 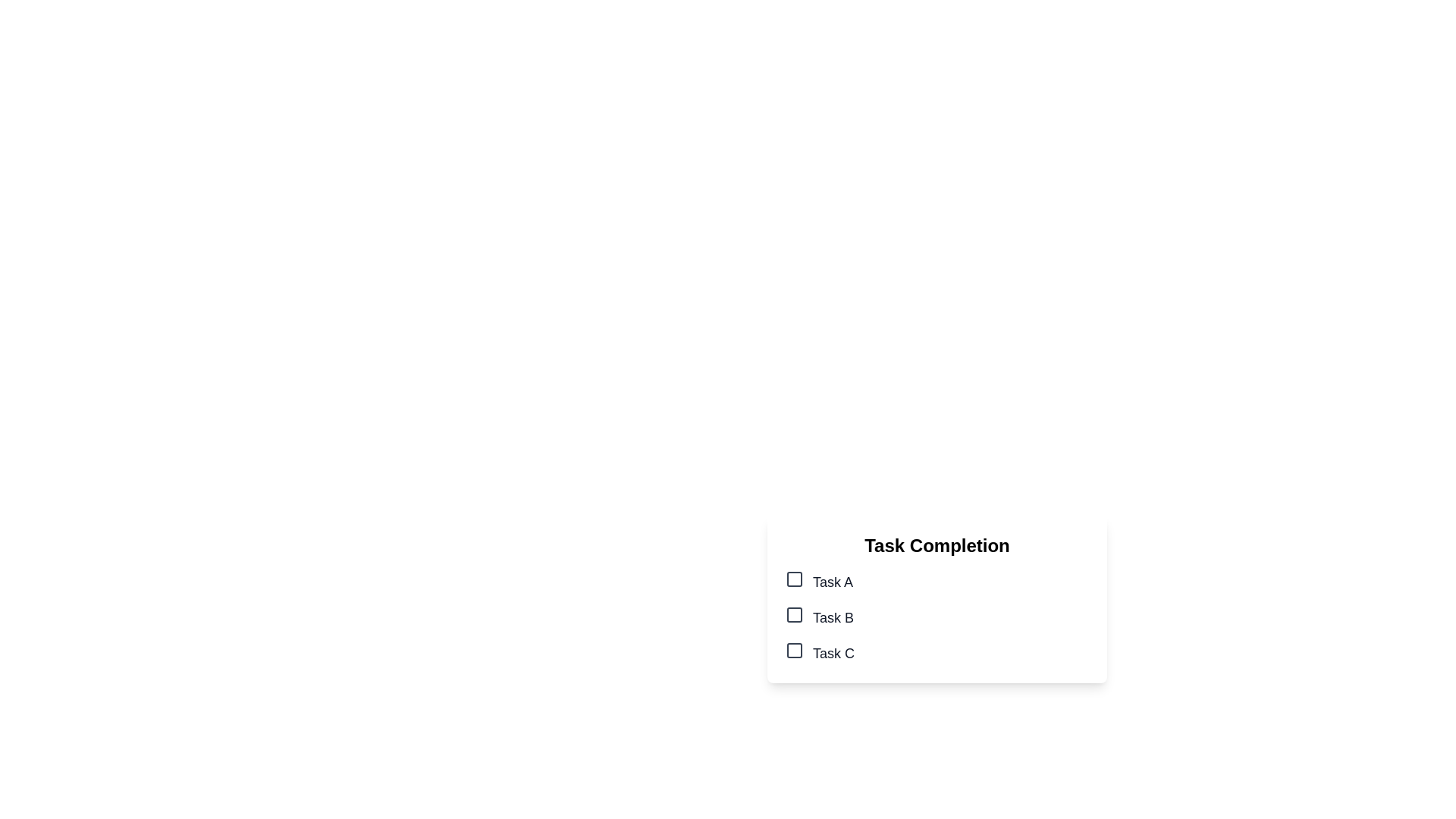 I want to click on the checkbox for 'Task A', so click(x=793, y=579).